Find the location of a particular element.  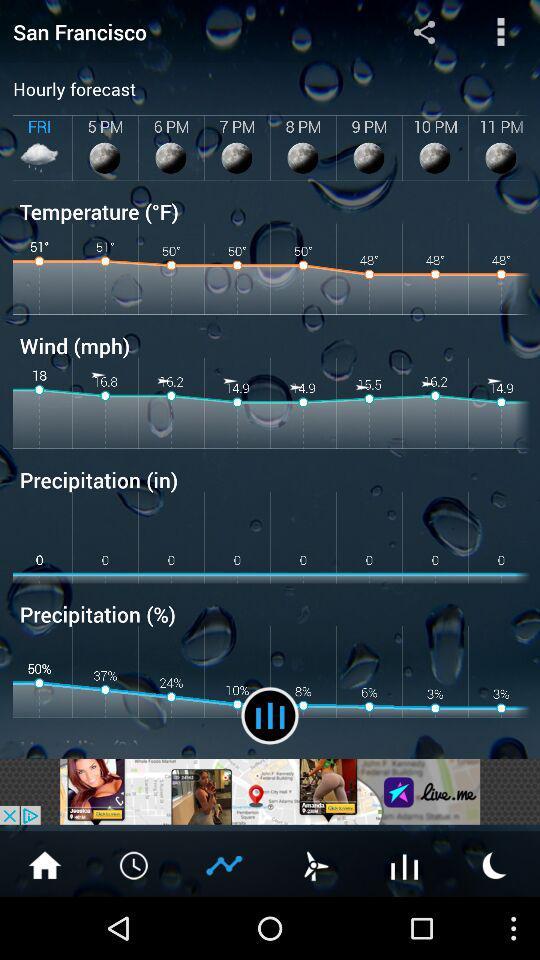

check wind is located at coordinates (314, 863).